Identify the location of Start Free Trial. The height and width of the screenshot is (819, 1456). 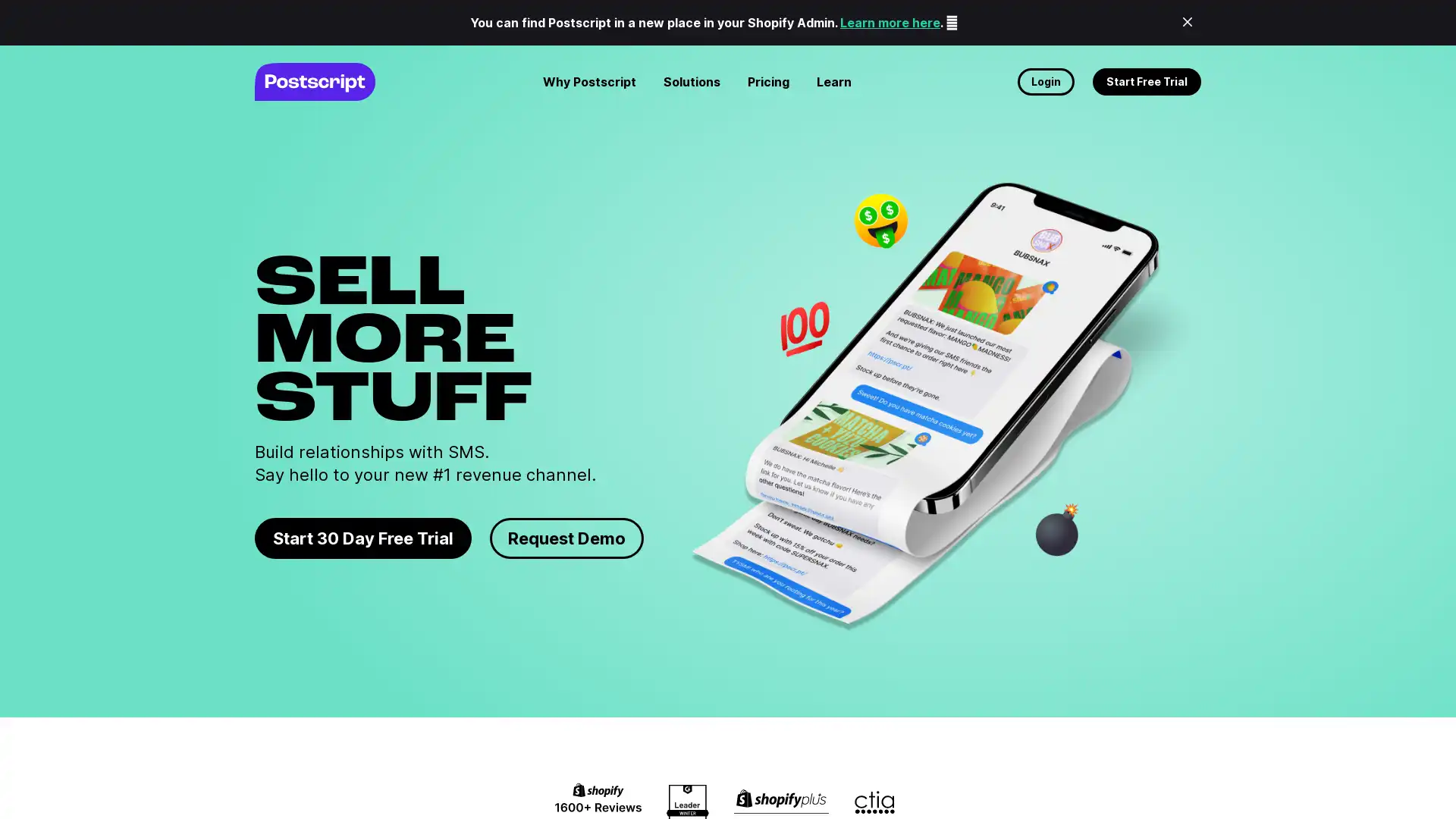
(1147, 81).